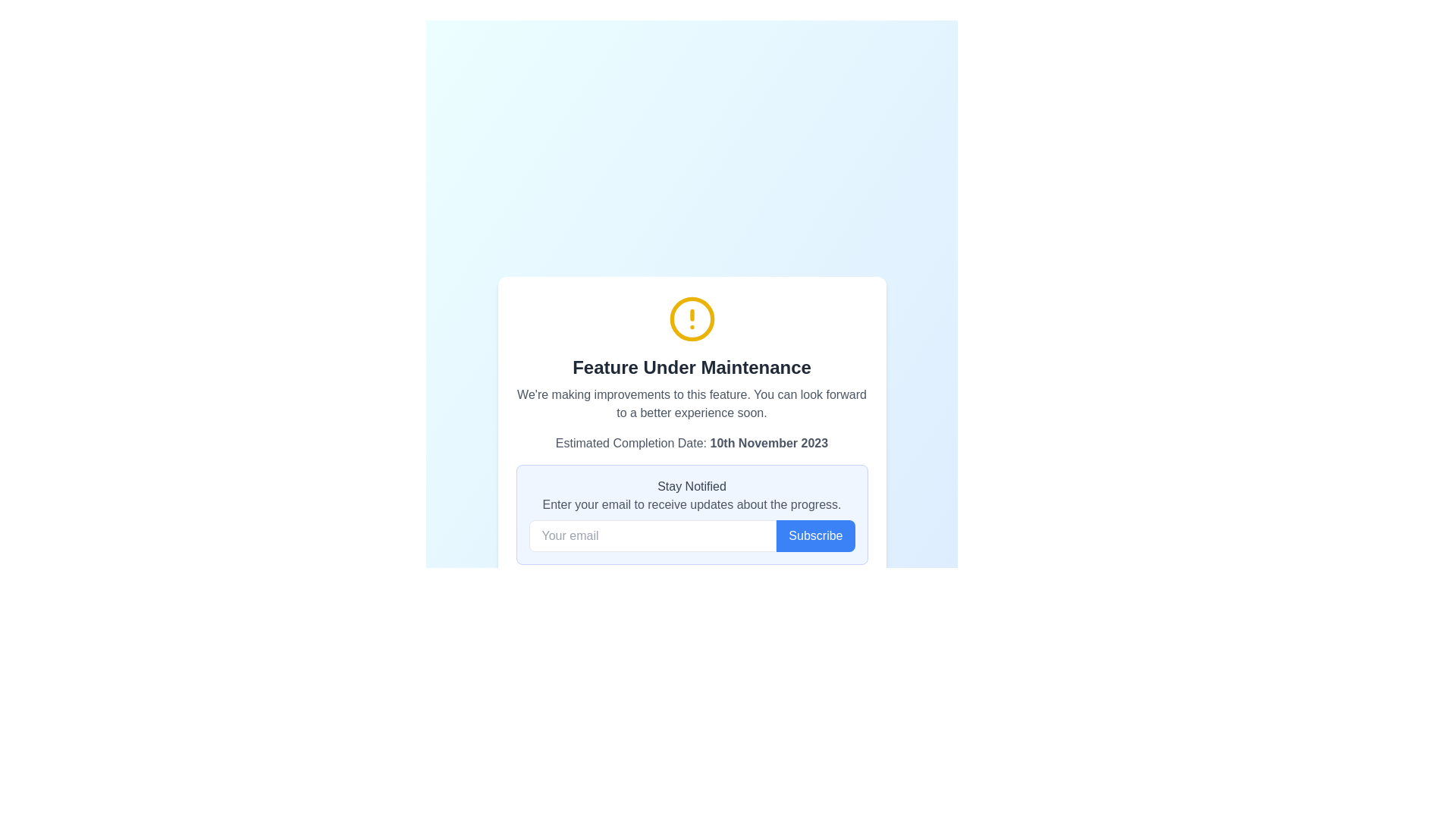 This screenshot has width=1456, height=819. I want to click on the instructional text prompting users to enter their email address, located in the light-blue 'Stay Notified' panel, directly beneath the title and above the email input field, so click(691, 505).